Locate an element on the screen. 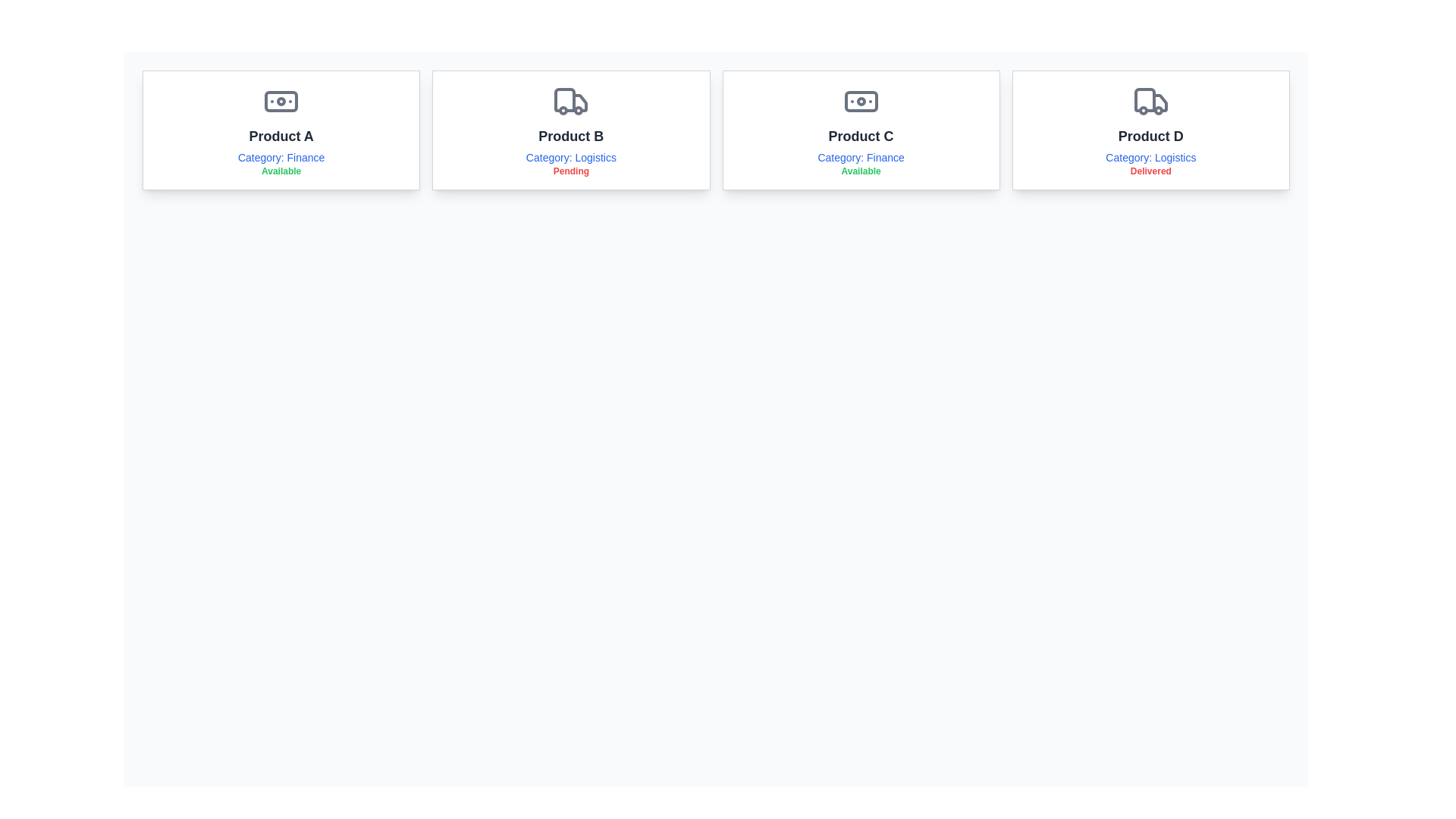 This screenshot has width=1456, height=819. the truck icon located at the top-center of the 'Product B' card, which includes the subtext 'Category: Logistics' and the status 'Pending' is located at coordinates (570, 102).